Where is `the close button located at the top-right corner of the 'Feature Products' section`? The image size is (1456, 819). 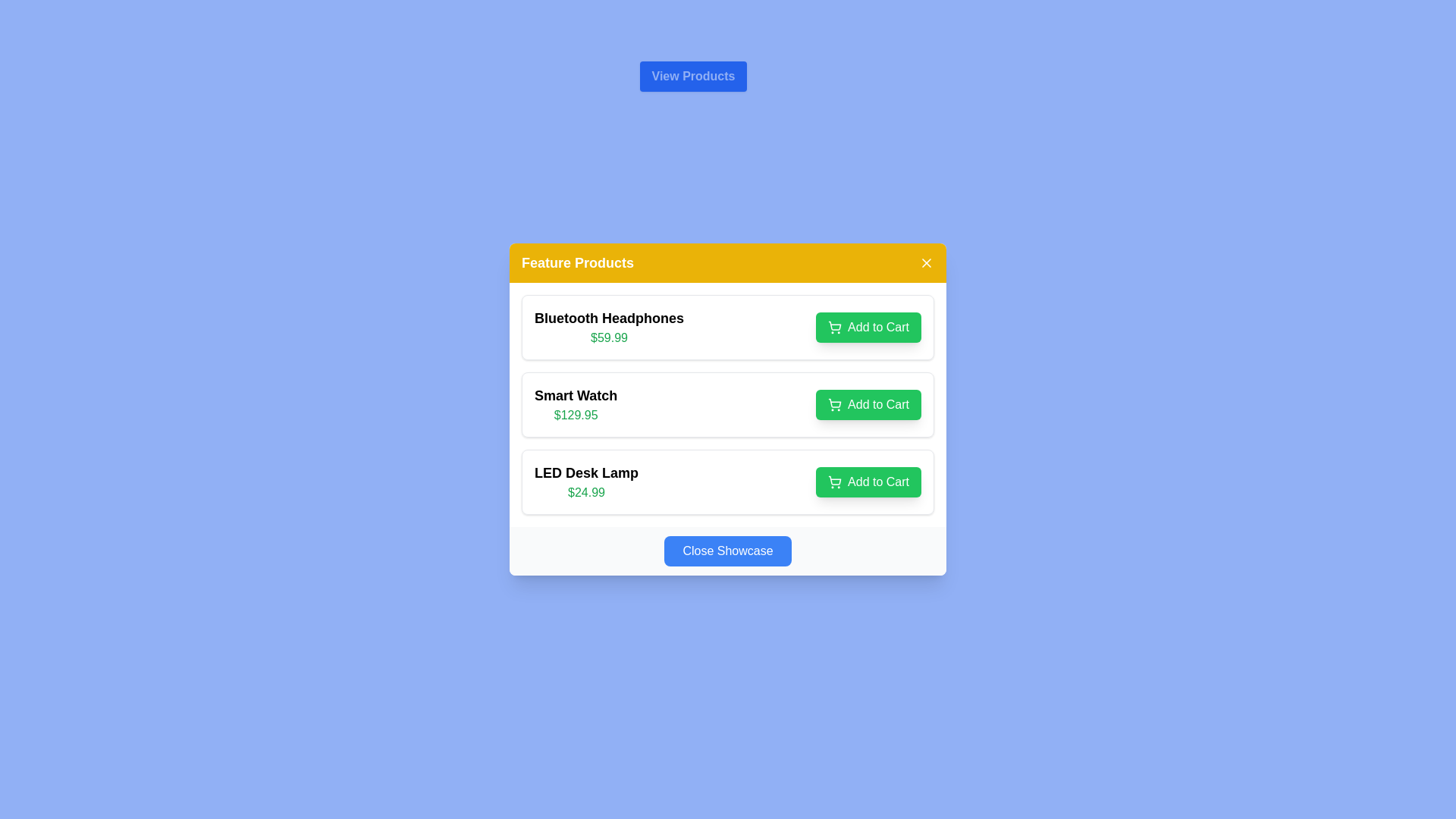
the close button located at the top-right corner of the 'Feature Products' section is located at coordinates (926, 262).